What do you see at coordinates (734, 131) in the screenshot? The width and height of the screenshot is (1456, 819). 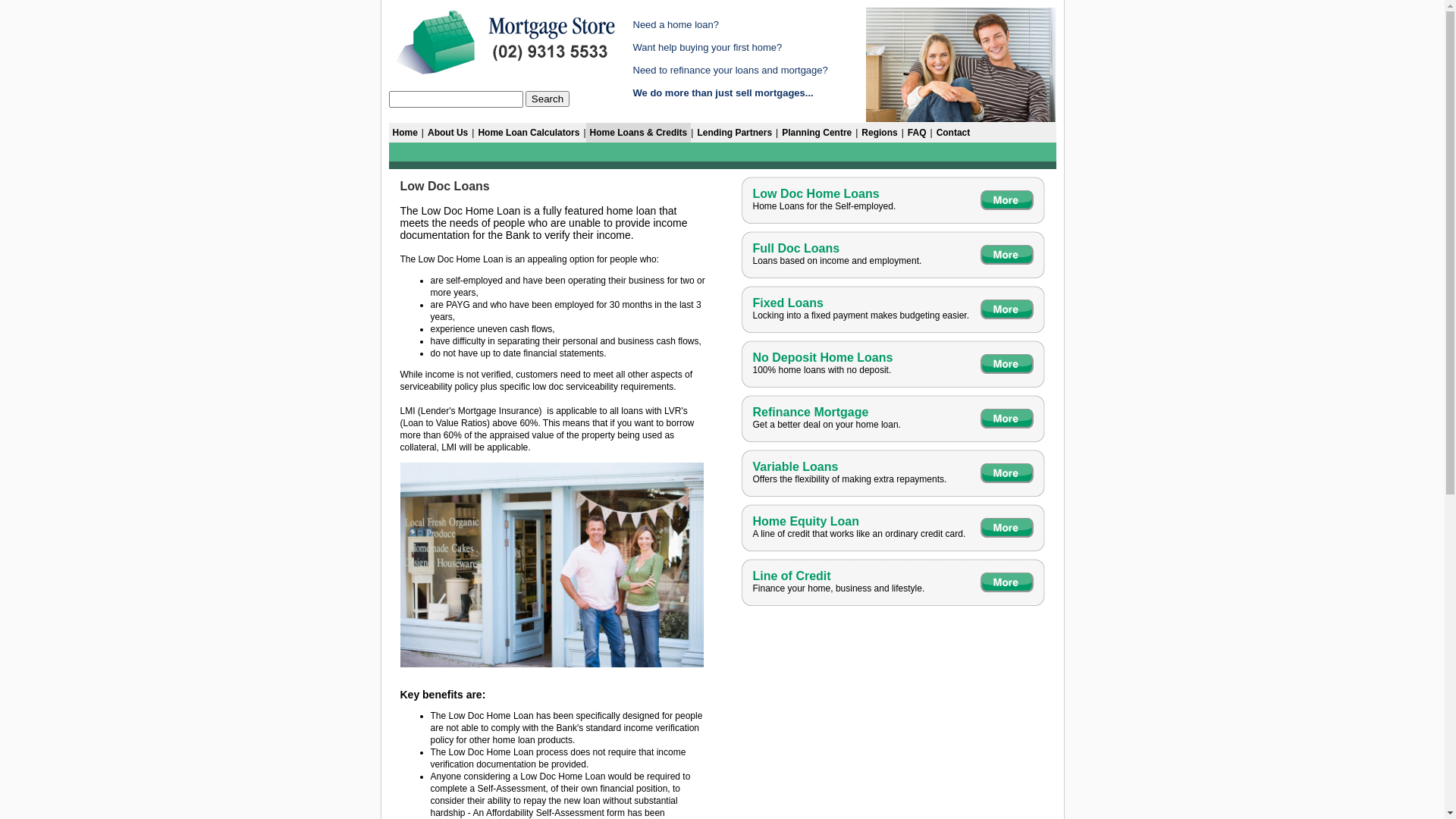 I see `'Lending Partners'` at bounding box center [734, 131].